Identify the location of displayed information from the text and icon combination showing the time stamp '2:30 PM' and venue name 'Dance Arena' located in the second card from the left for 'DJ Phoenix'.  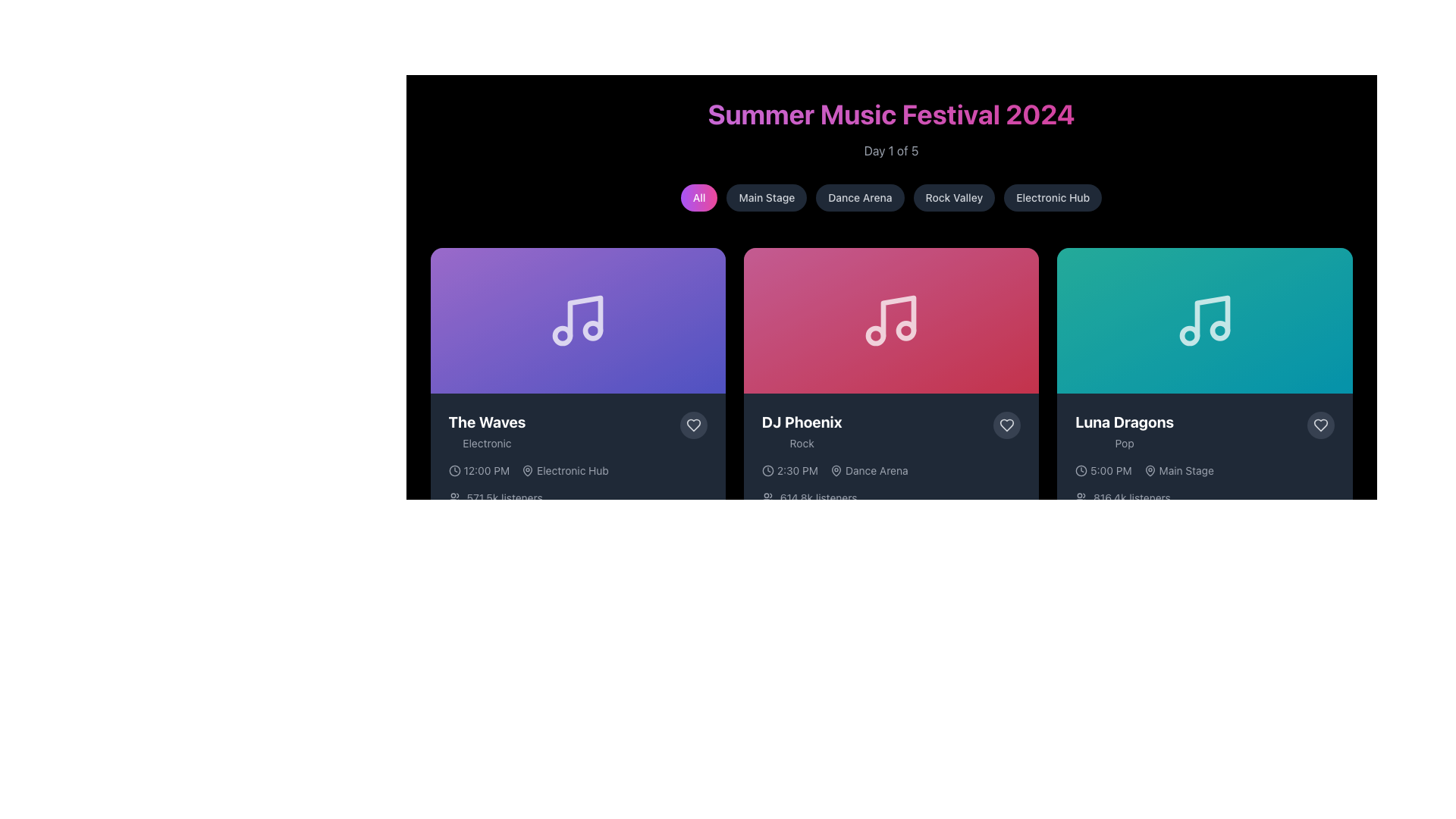
(891, 470).